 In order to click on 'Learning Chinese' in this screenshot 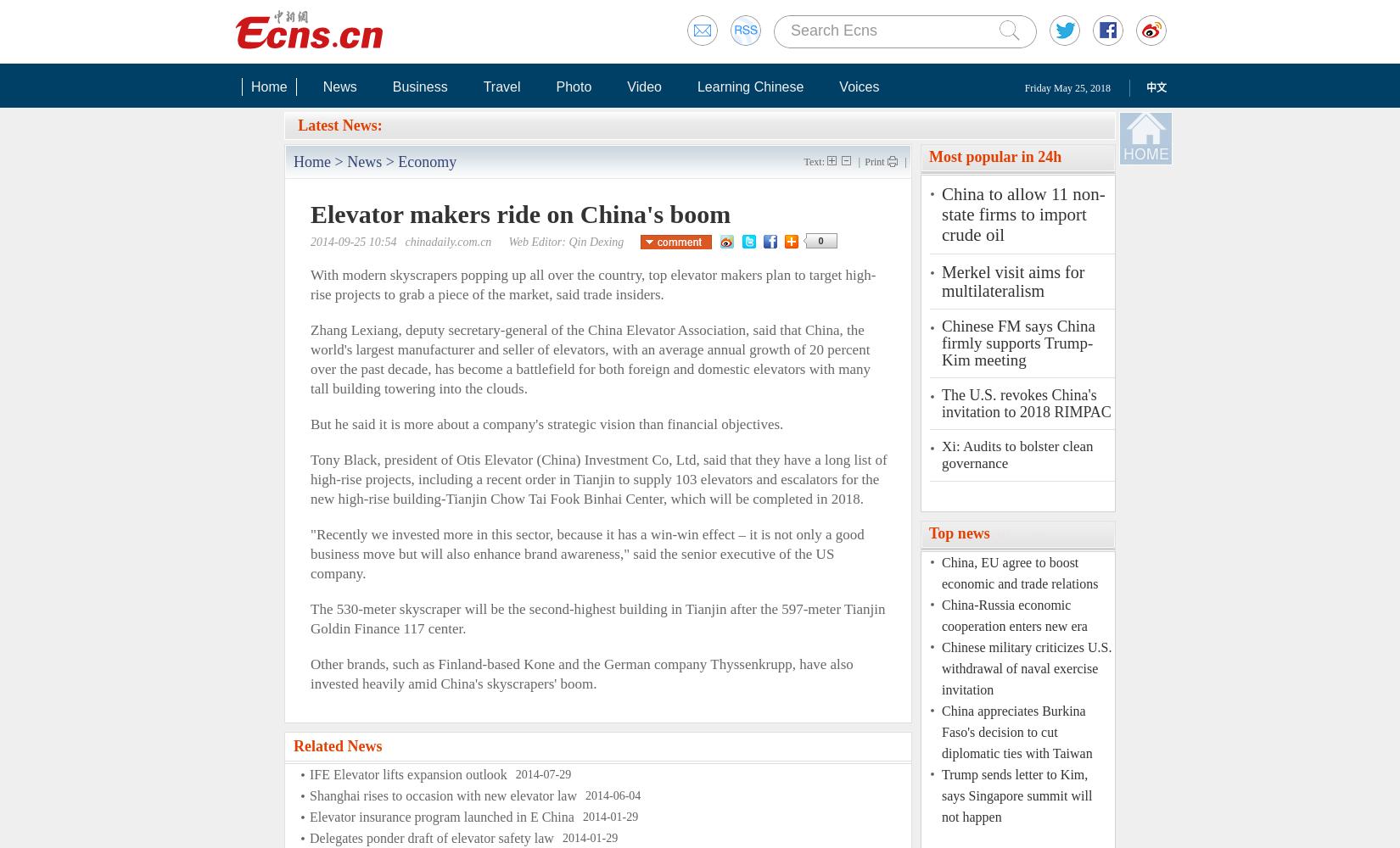, I will do `click(750, 86)`.